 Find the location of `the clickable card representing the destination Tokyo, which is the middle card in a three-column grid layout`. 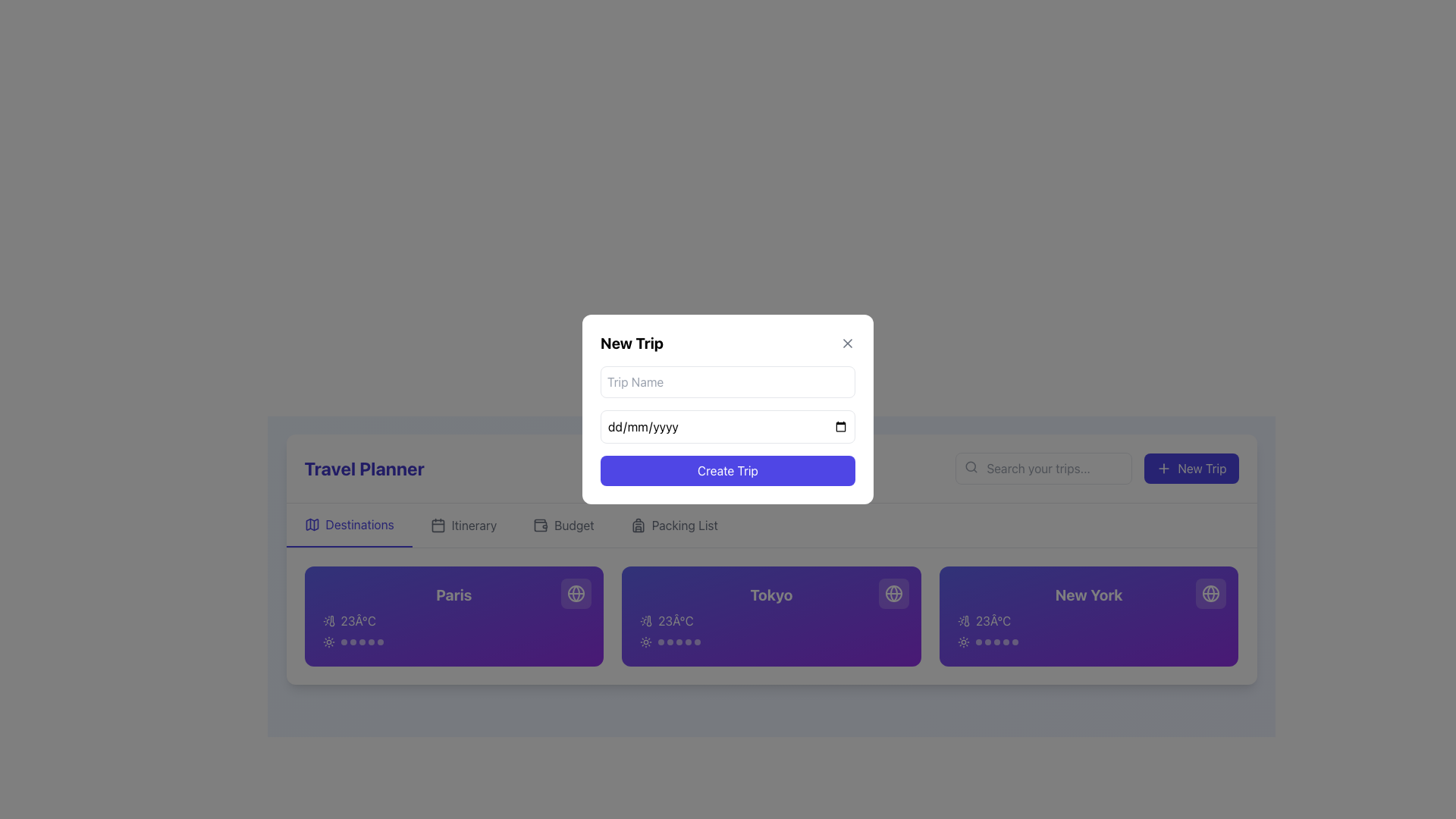

the clickable card representing the destination Tokyo, which is the middle card in a three-column grid layout is located at coordinates (771, 617).